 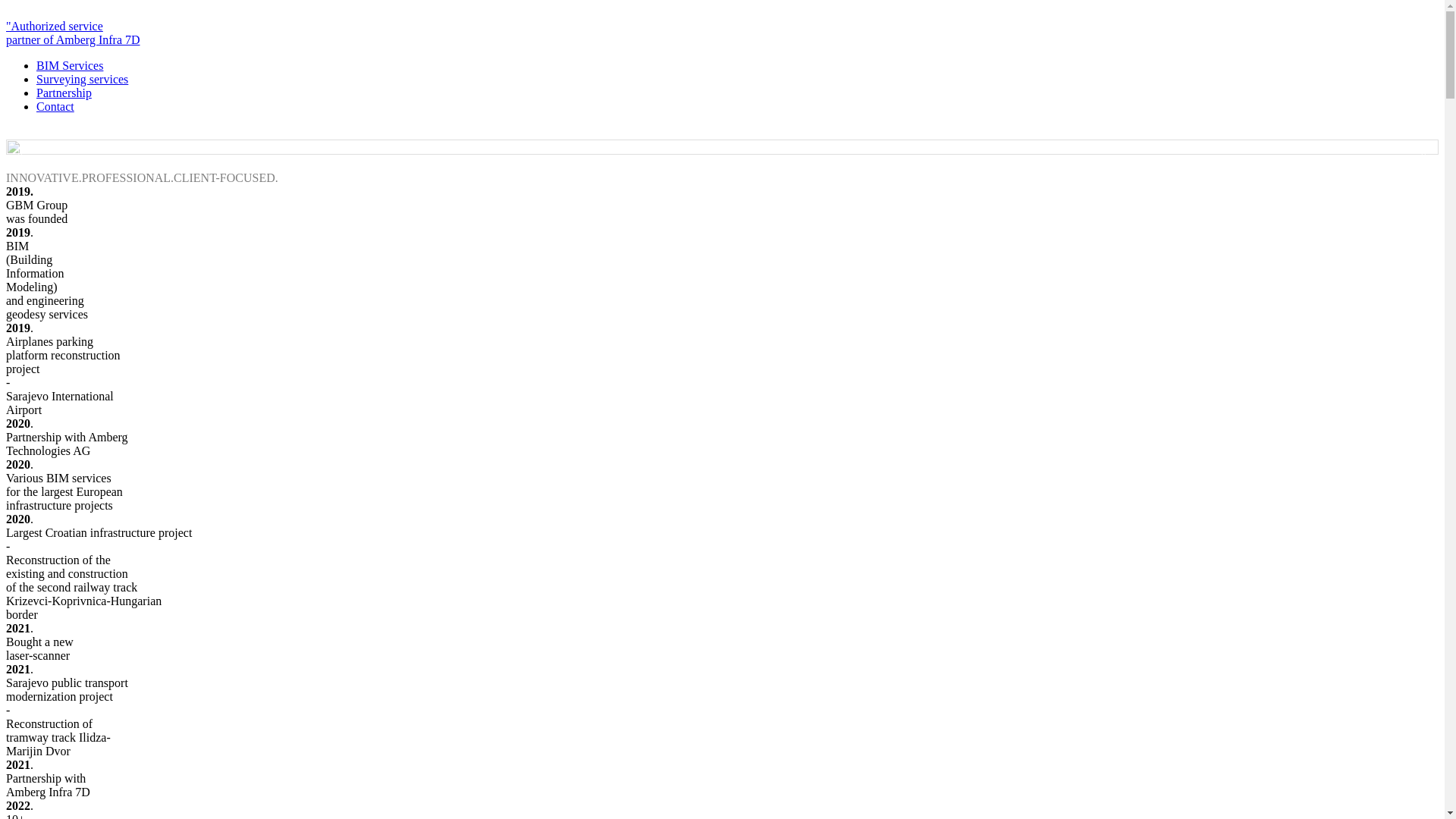 What do you see at coordinates (68, 64) in the screenshot?
I see `'BIM Services'` at bounding box center [68, 64].